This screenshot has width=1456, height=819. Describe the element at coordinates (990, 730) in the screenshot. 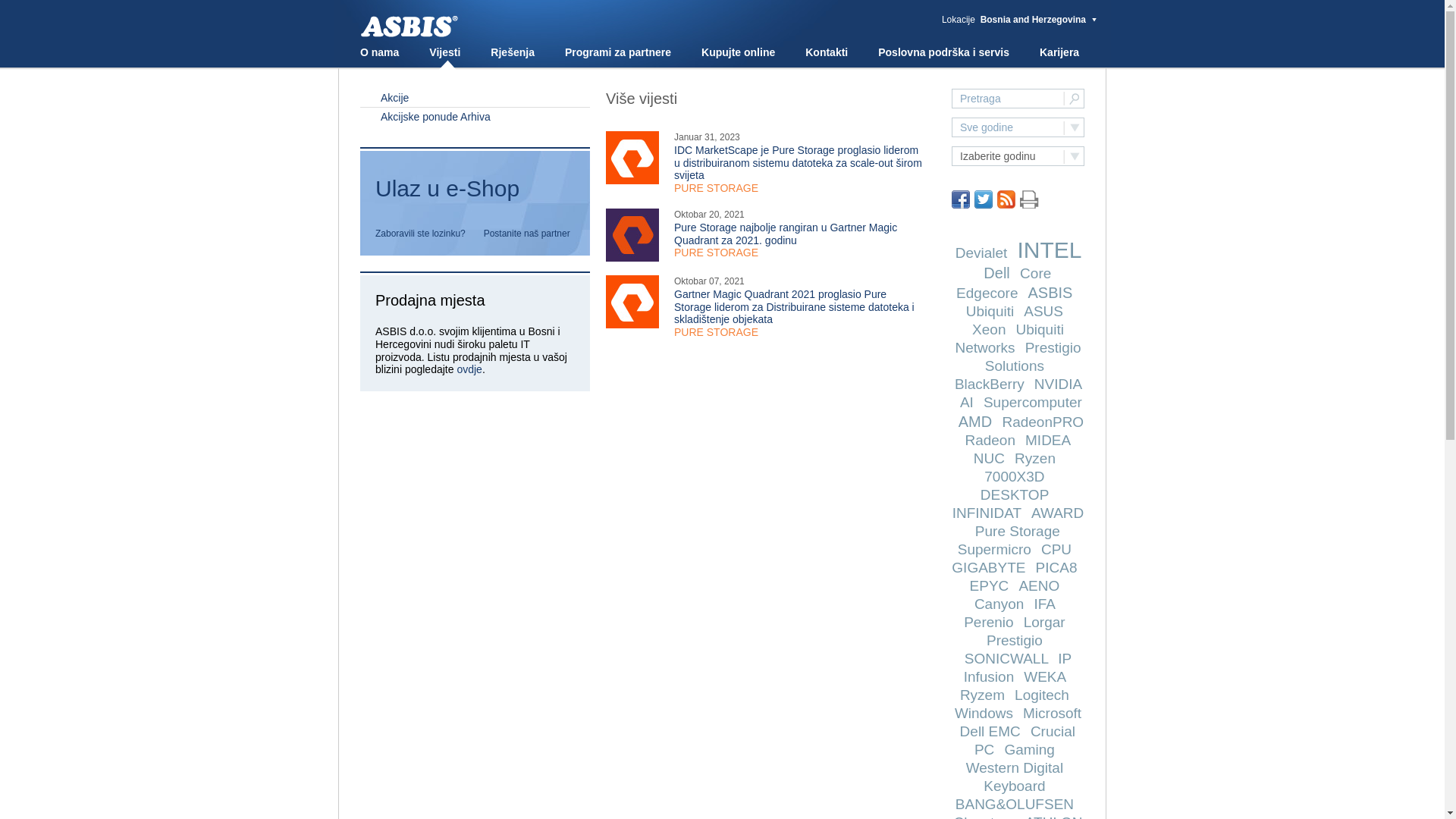

I see `'Dell EMC'` at that location.